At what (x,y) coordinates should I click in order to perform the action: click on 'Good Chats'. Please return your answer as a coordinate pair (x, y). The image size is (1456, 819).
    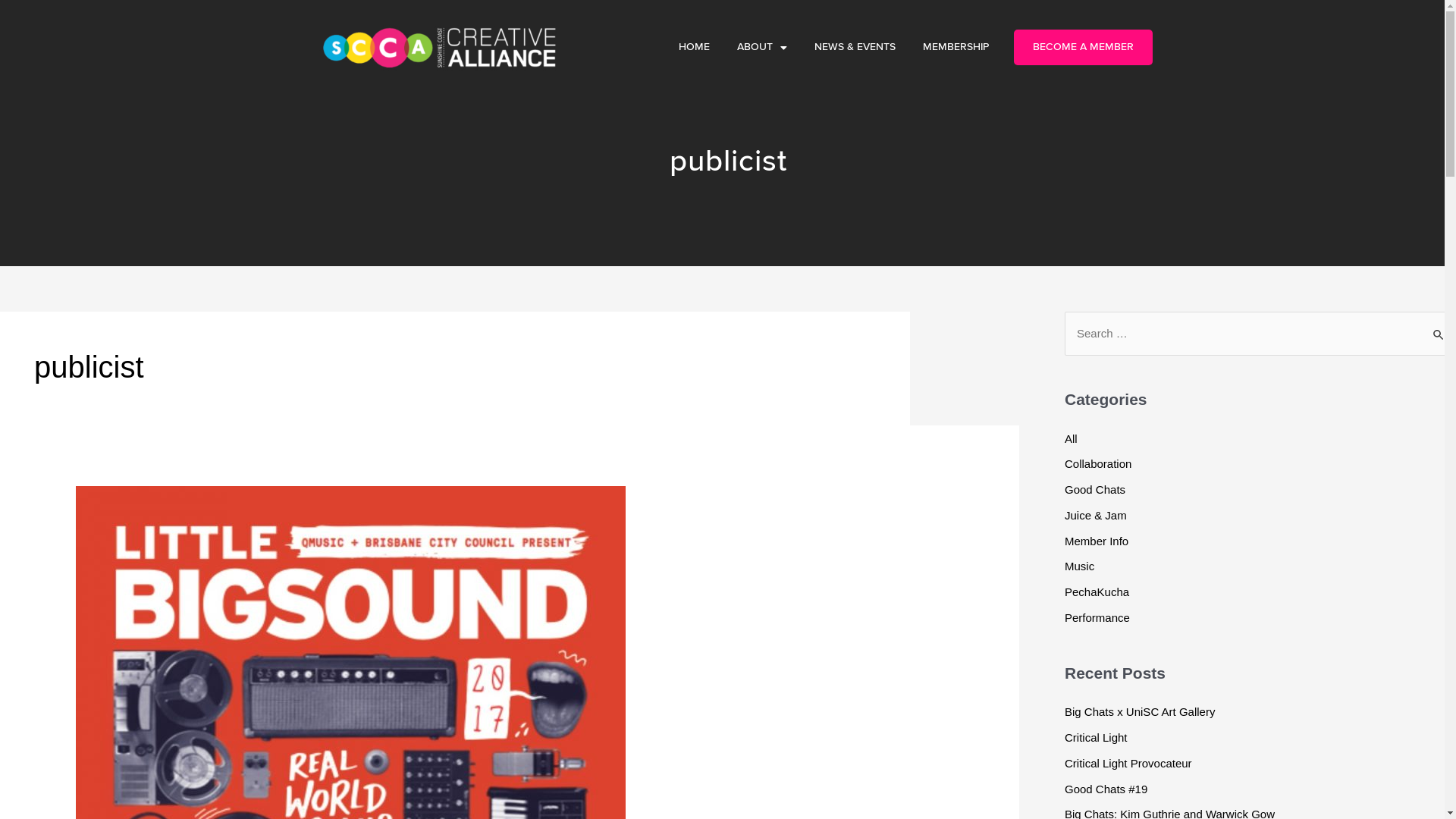
    Looking at the image, I should click on (1095, 489).